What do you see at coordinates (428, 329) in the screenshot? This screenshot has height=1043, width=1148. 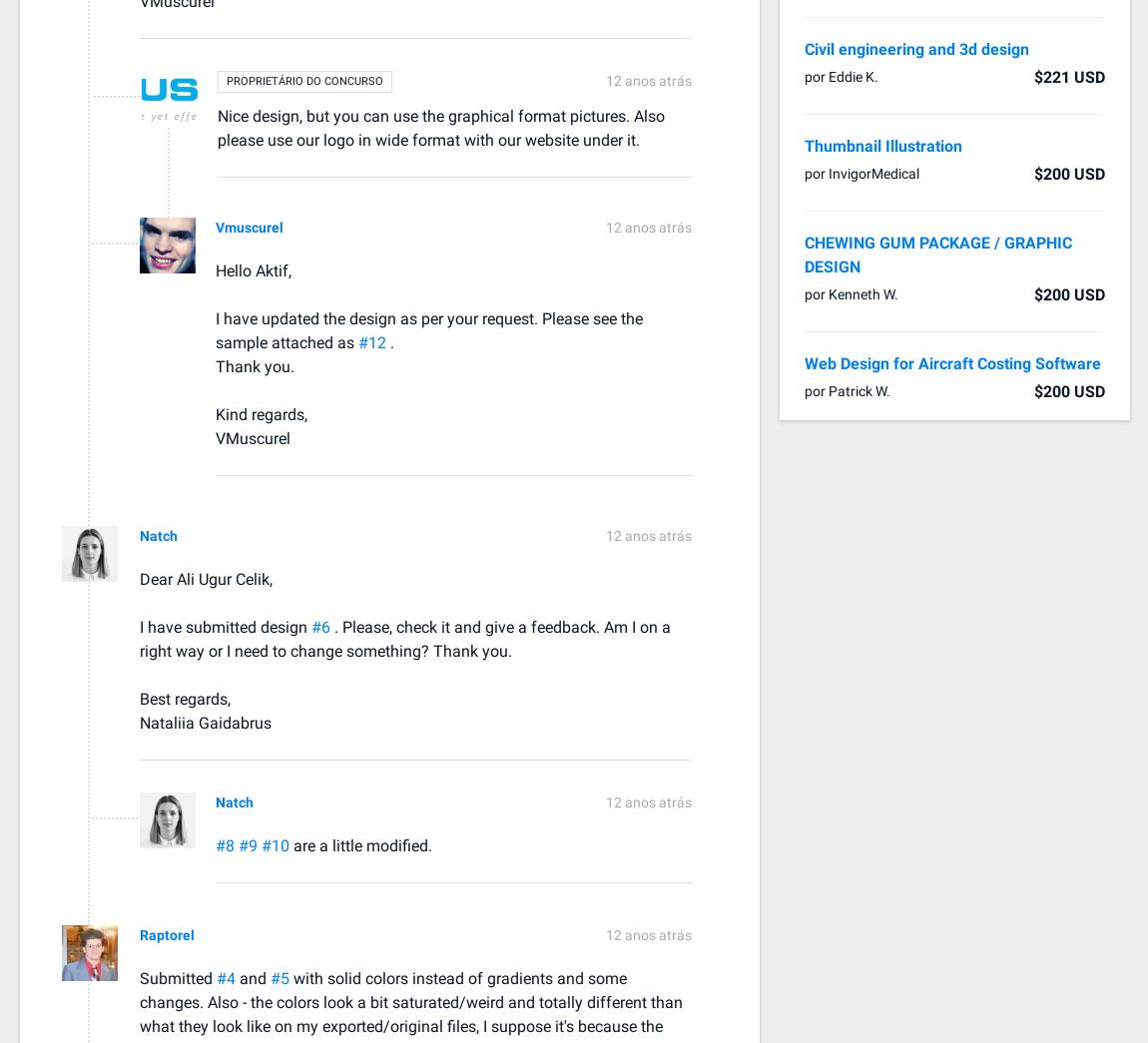 I see `'I have updated the design as per your request. Please see the sample attached as'` at bounding box center [428, 329].